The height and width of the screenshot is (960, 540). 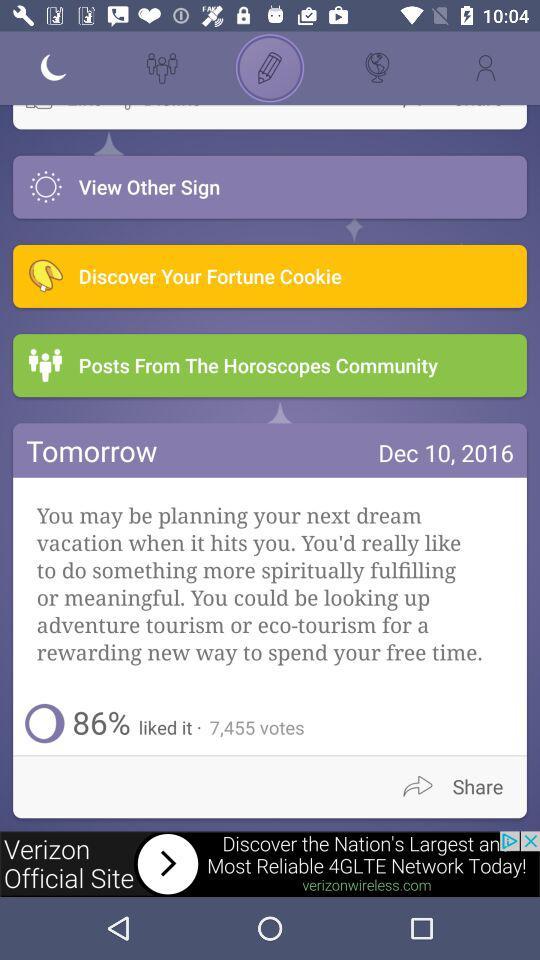 I want to click on the edit icon, so click(x=270, y=68).